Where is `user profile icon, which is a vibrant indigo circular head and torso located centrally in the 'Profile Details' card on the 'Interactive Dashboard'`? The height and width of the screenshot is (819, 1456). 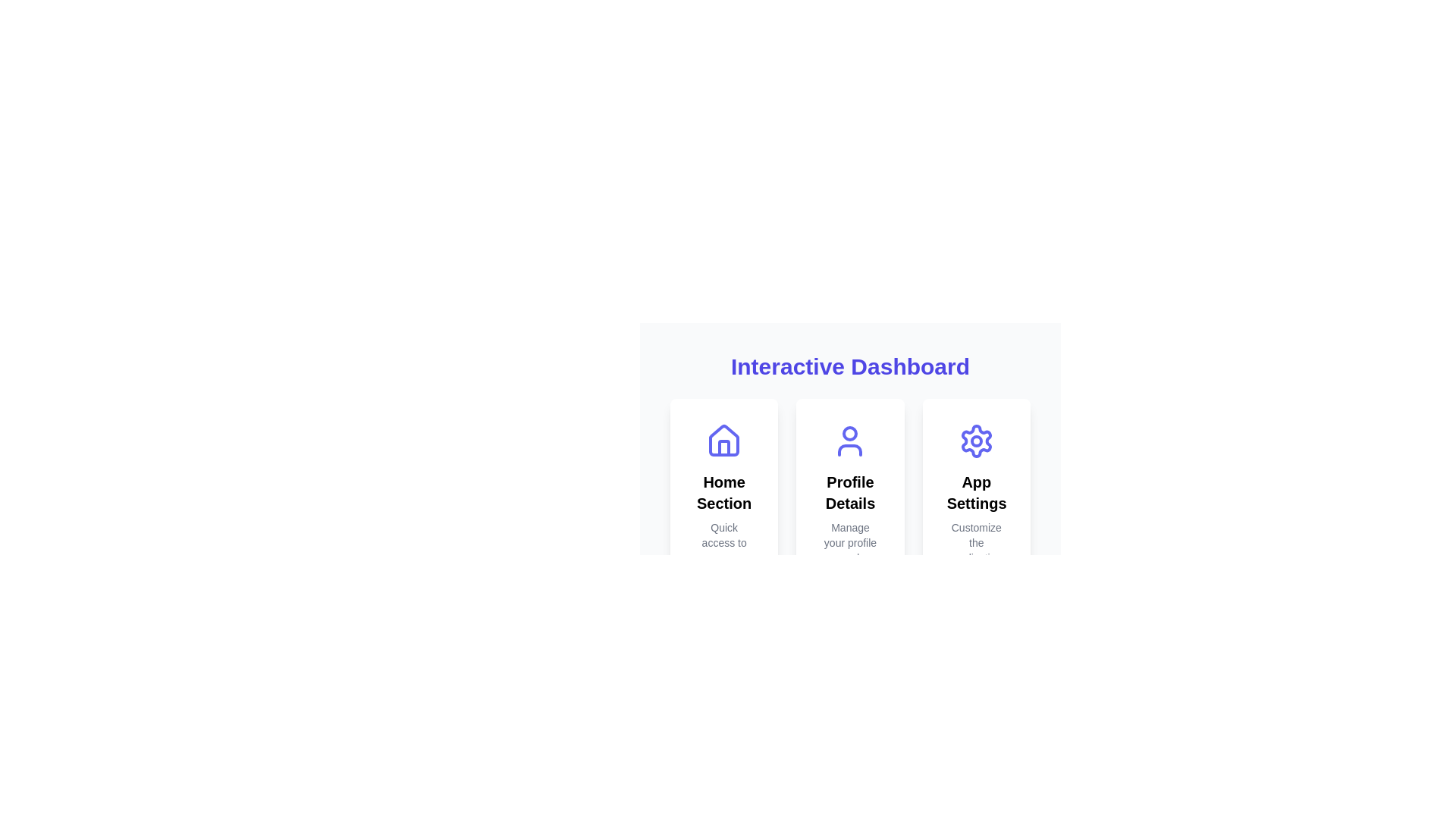 user profile icon, which is a vibrant indigo circular head and torso located centrally in the 'Profile Details' card on the 'Interactive Dashboard' is located at coordinates (850, 441).